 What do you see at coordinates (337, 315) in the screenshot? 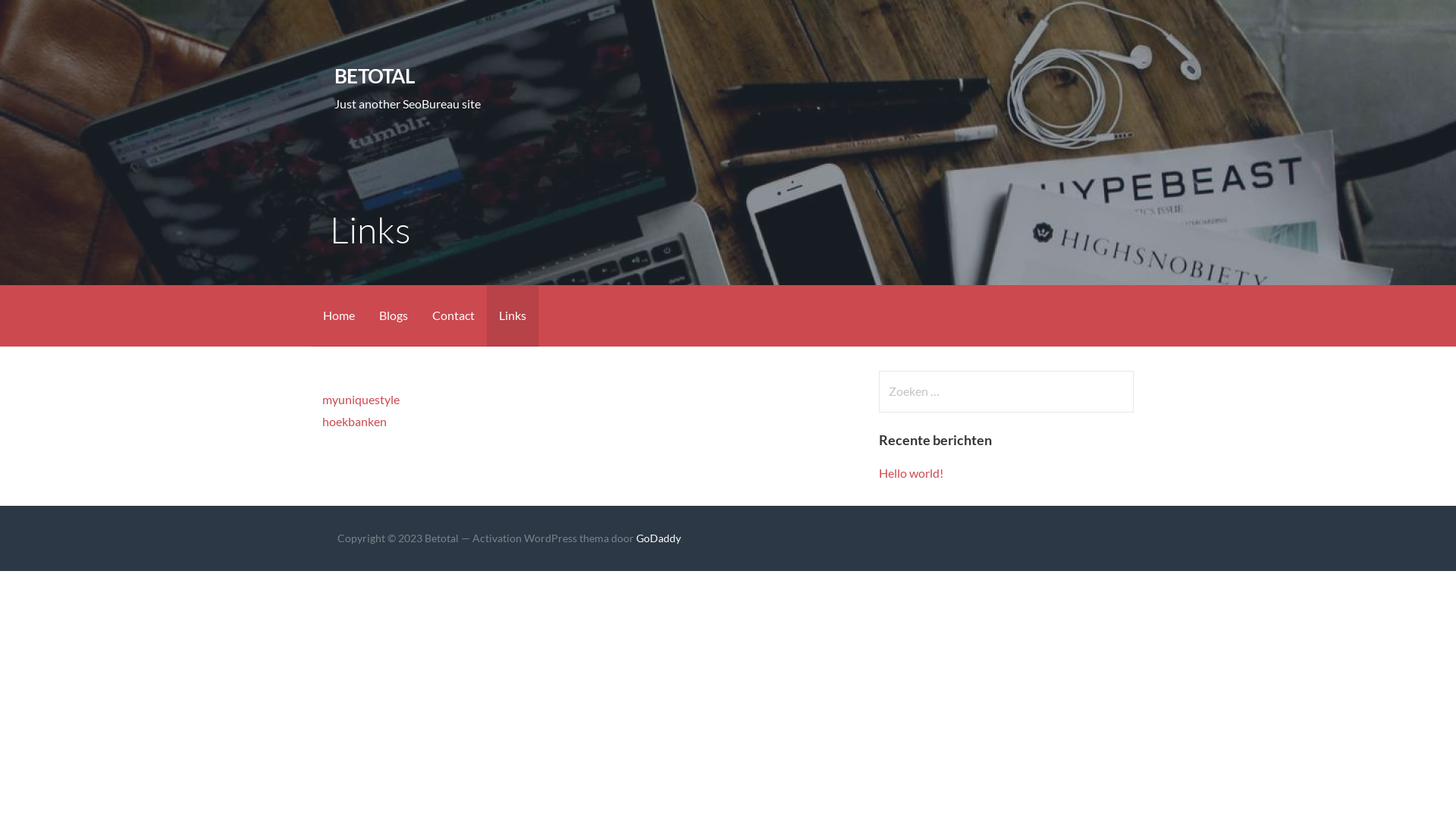
I see `'Home'` at bounding box center [337, 315].